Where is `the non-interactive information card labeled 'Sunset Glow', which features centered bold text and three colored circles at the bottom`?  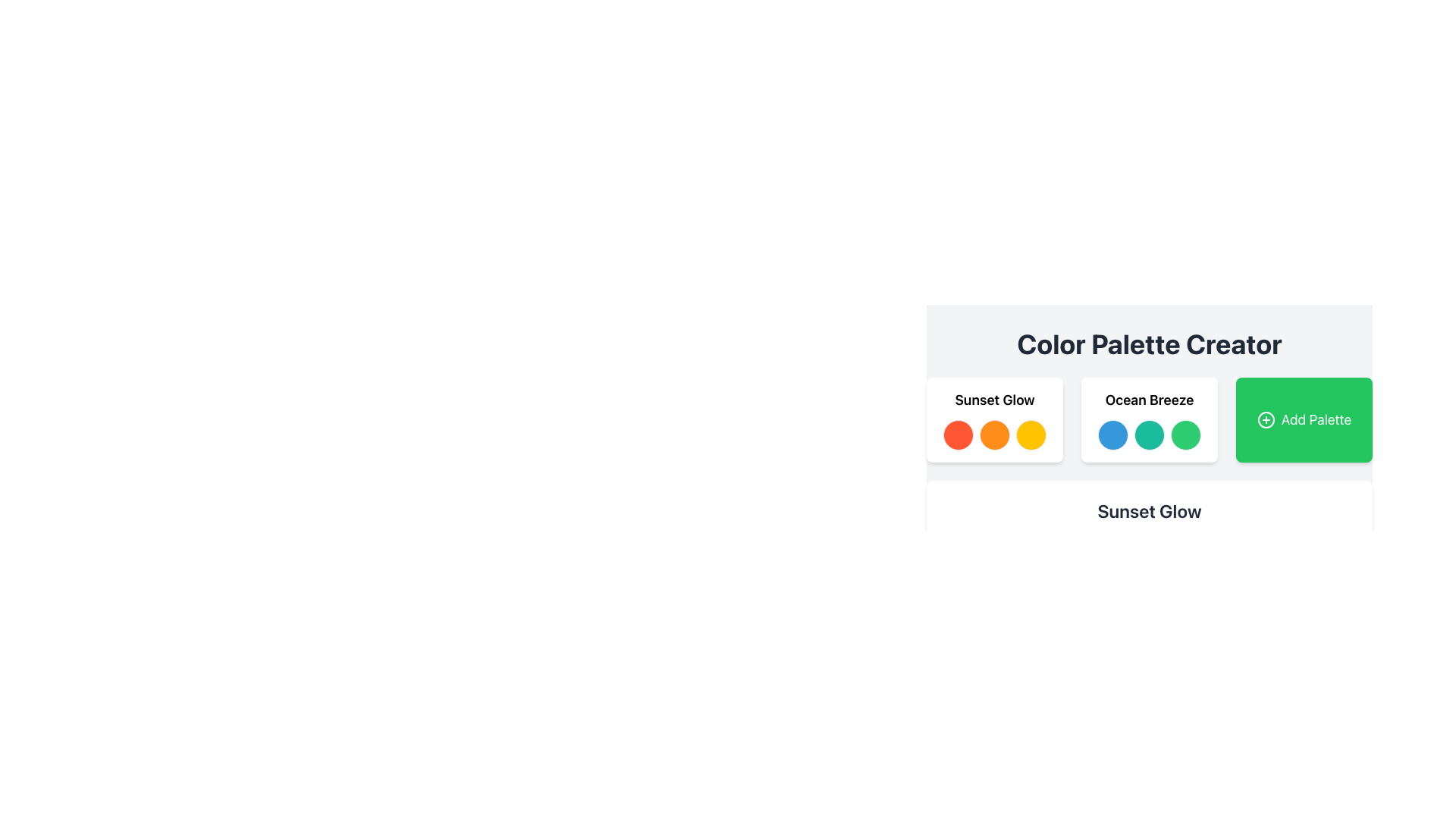 the non-interactive information card labeled 'Sunset Glow', which features centered bold text and three colored circles at the bottom is located at coordinates (994, 420).